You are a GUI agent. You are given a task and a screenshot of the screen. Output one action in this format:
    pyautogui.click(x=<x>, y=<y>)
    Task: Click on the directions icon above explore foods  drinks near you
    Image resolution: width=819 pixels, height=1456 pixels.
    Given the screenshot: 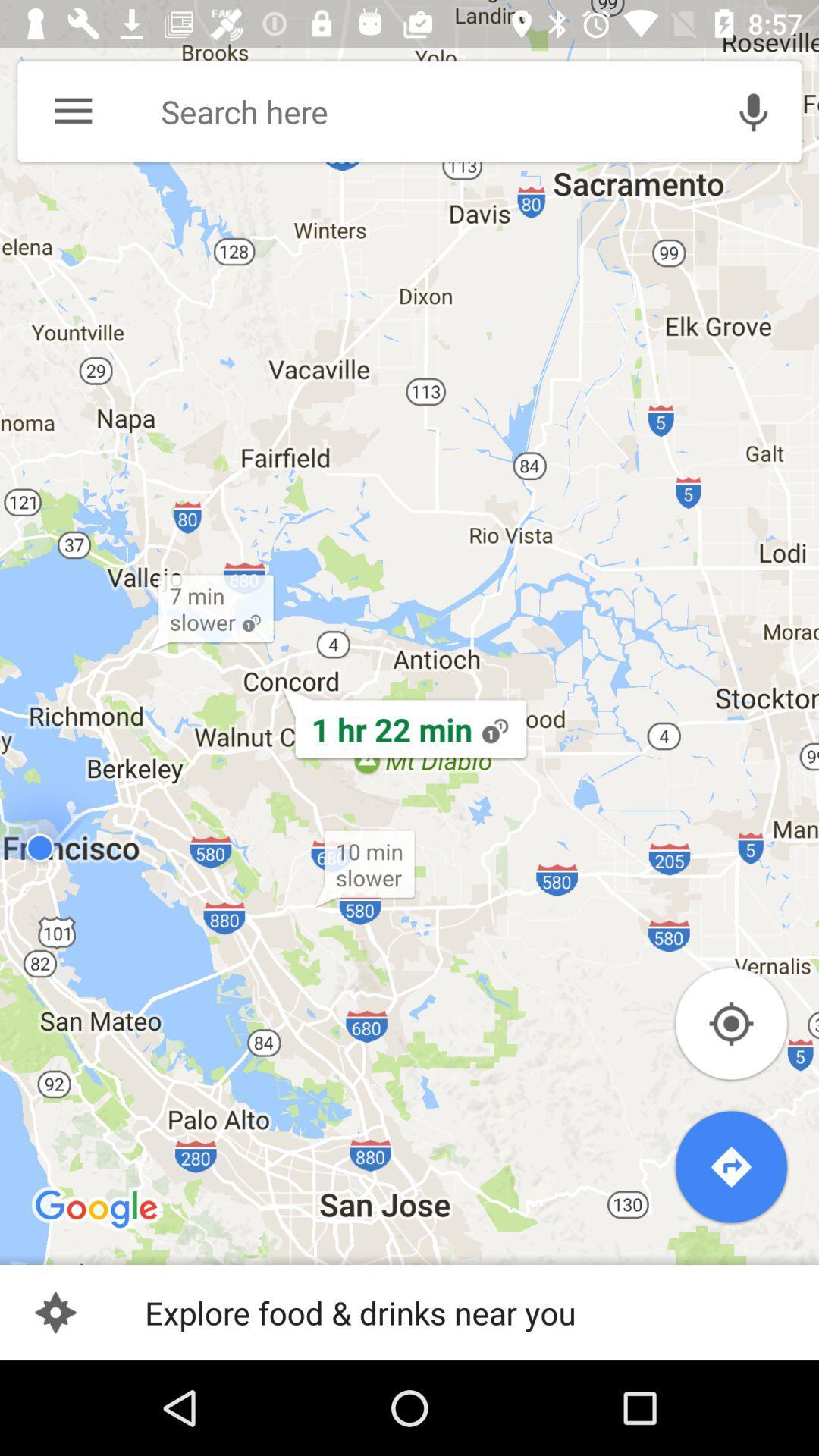 What is the action you would take?
    pyautogui.click(x=730, y=1166)
    